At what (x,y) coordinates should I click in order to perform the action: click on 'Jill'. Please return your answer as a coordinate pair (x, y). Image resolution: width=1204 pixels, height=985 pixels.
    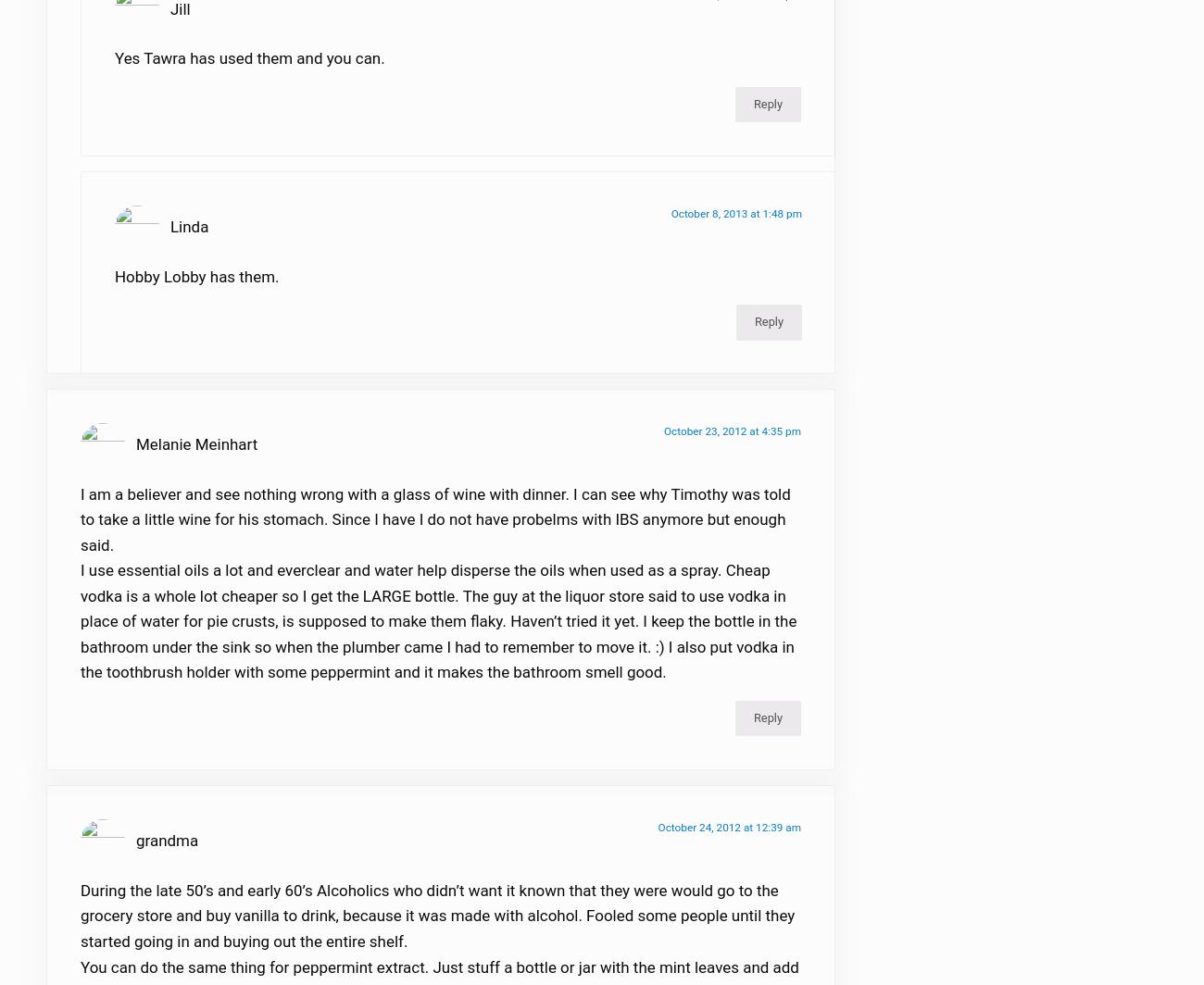
    Looking at the image, I should click on (180, 19).